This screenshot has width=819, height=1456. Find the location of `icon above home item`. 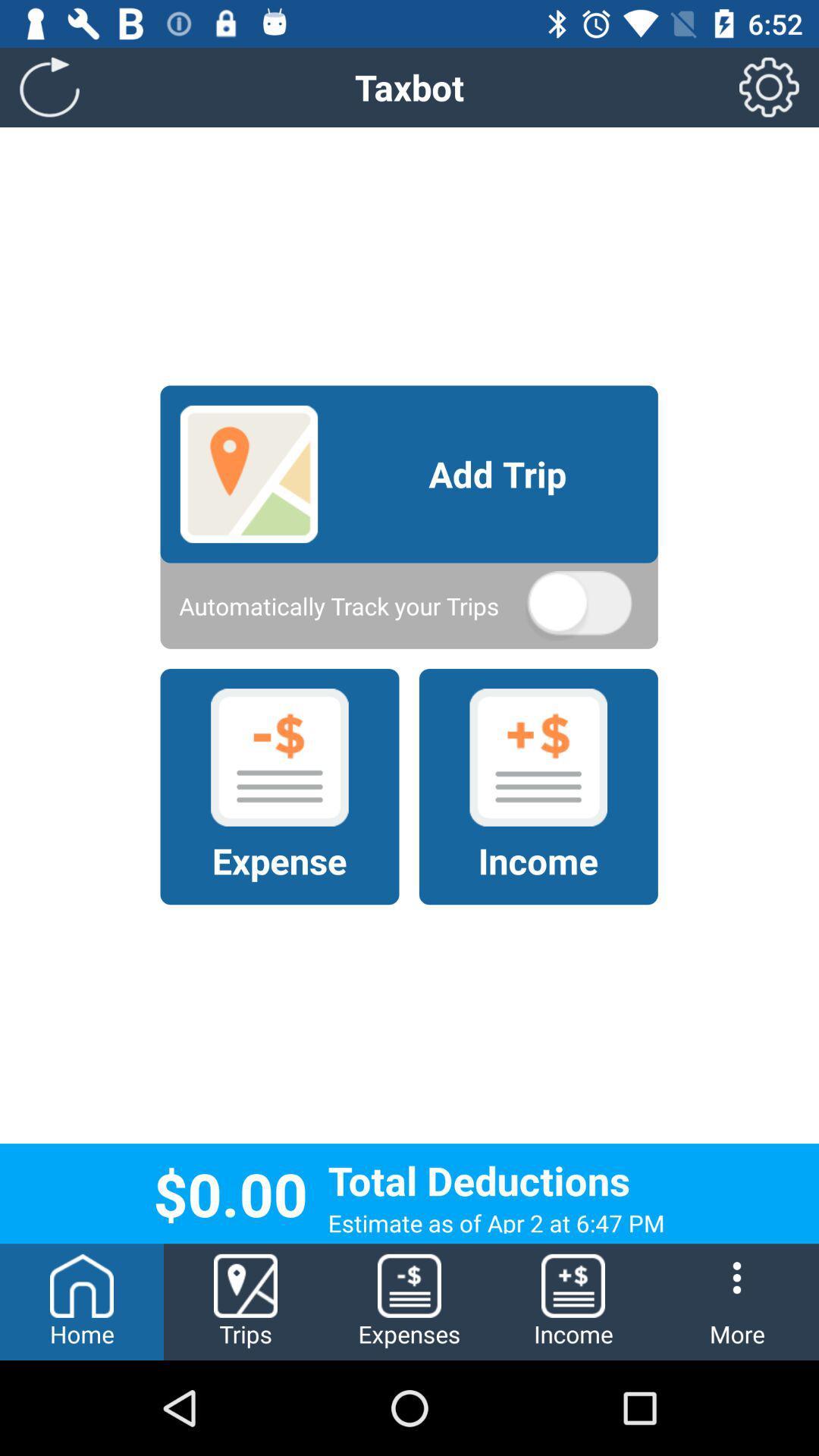

icon above home item is located at coordinates (49, 86).